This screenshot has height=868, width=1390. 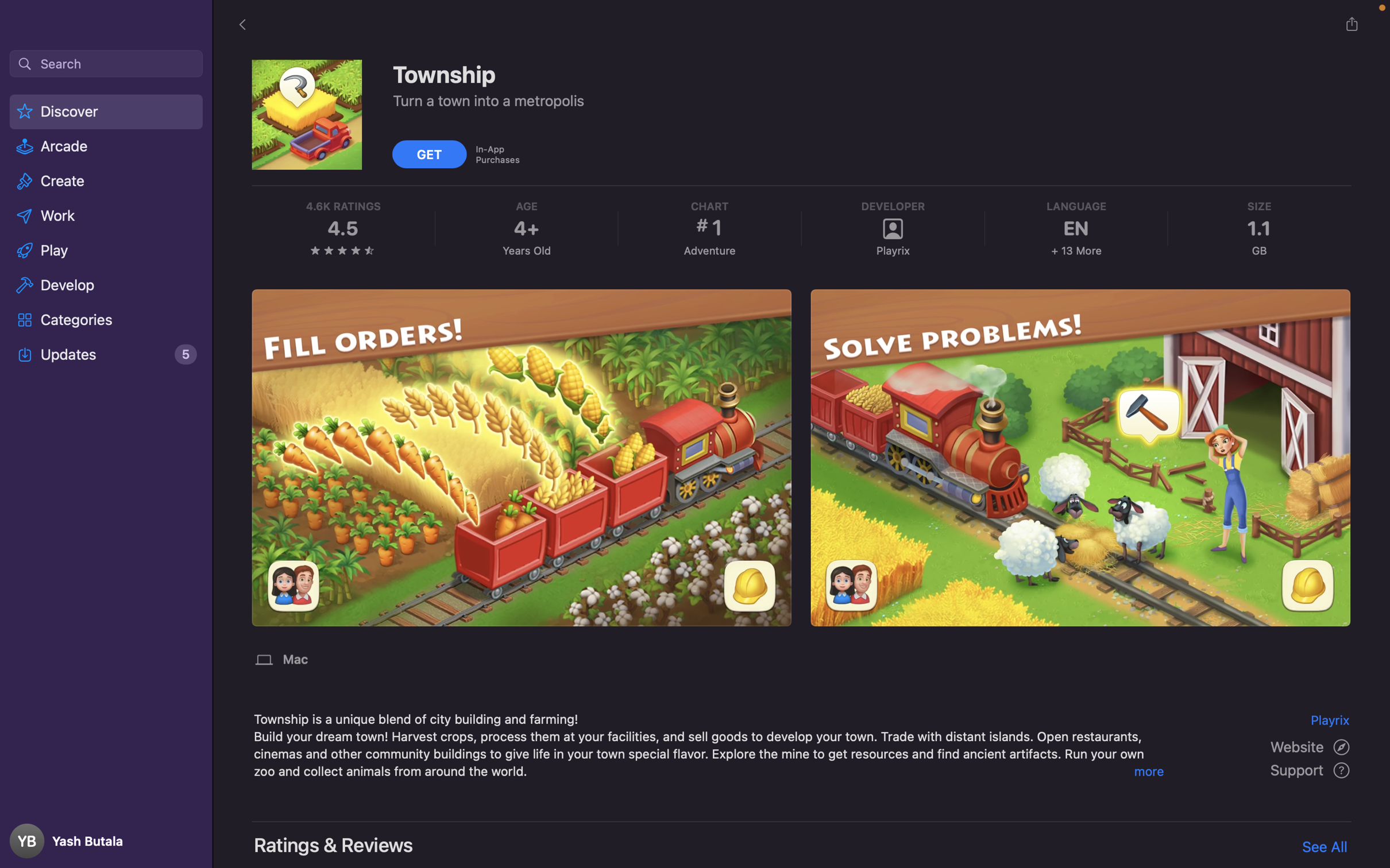 What do you see at coordinates (1311, 770) in the screenshot?
I see `the "Support" button and then select the "Contact Us" option to contact customer support` at bounding box center [1311, 770].